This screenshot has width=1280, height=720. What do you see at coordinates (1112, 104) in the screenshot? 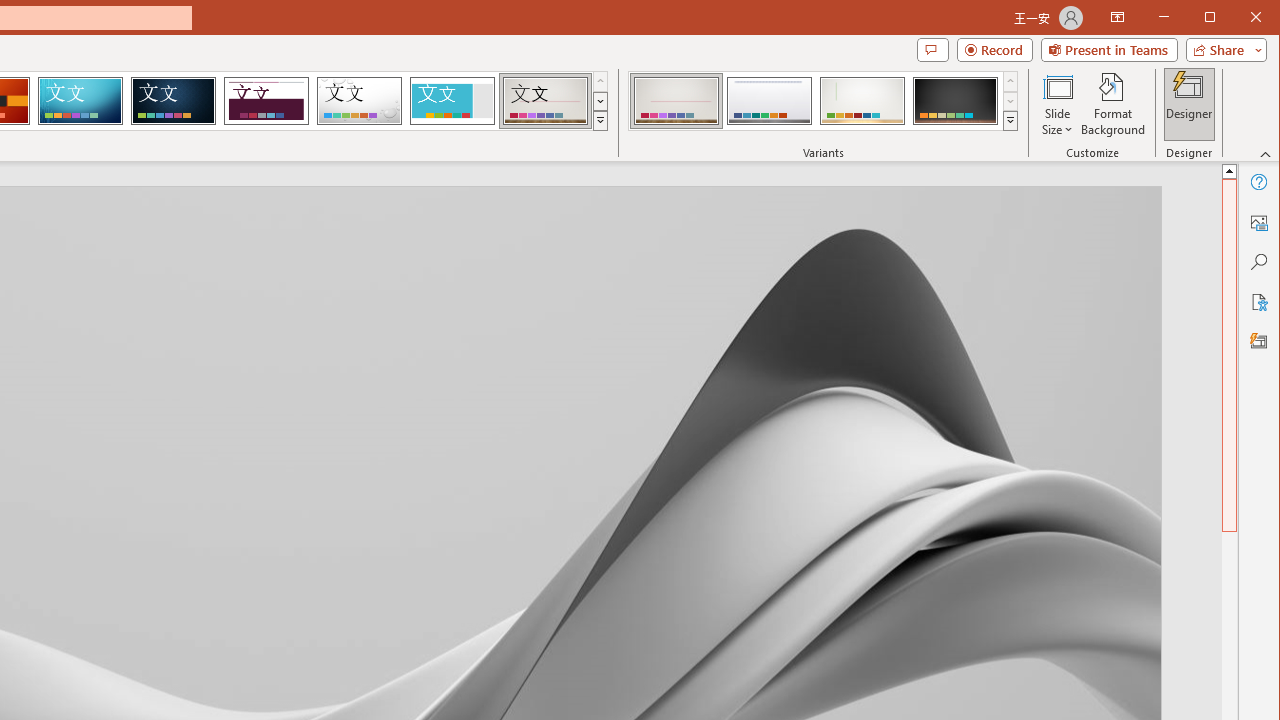
I see `'Format Background'` at bounding box center [1112, 104].